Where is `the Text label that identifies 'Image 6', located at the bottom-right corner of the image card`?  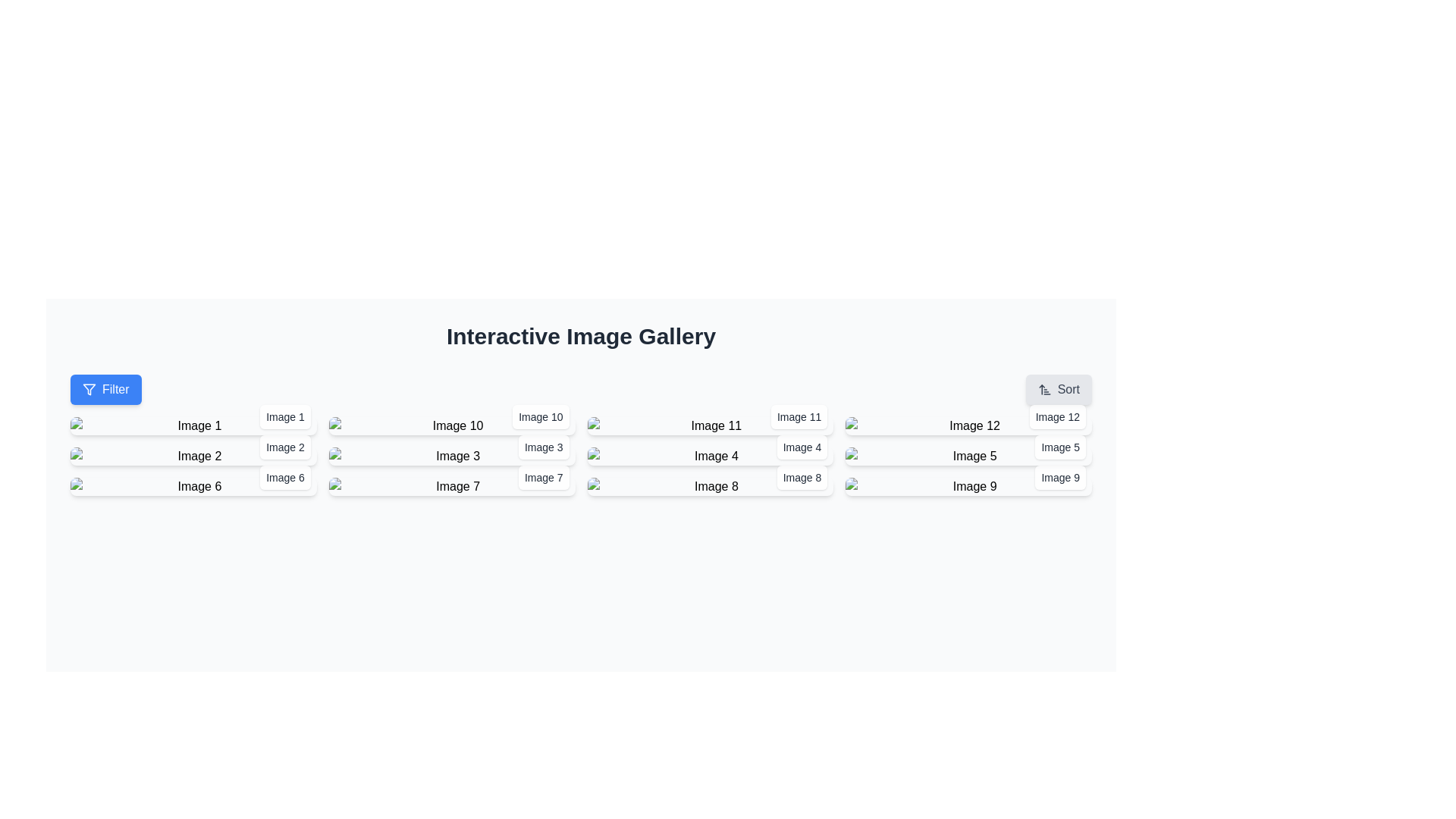
the Text label that identifies 'Image 6', located at the bottom-right corner of the image card is located at coordinates (285, 476).